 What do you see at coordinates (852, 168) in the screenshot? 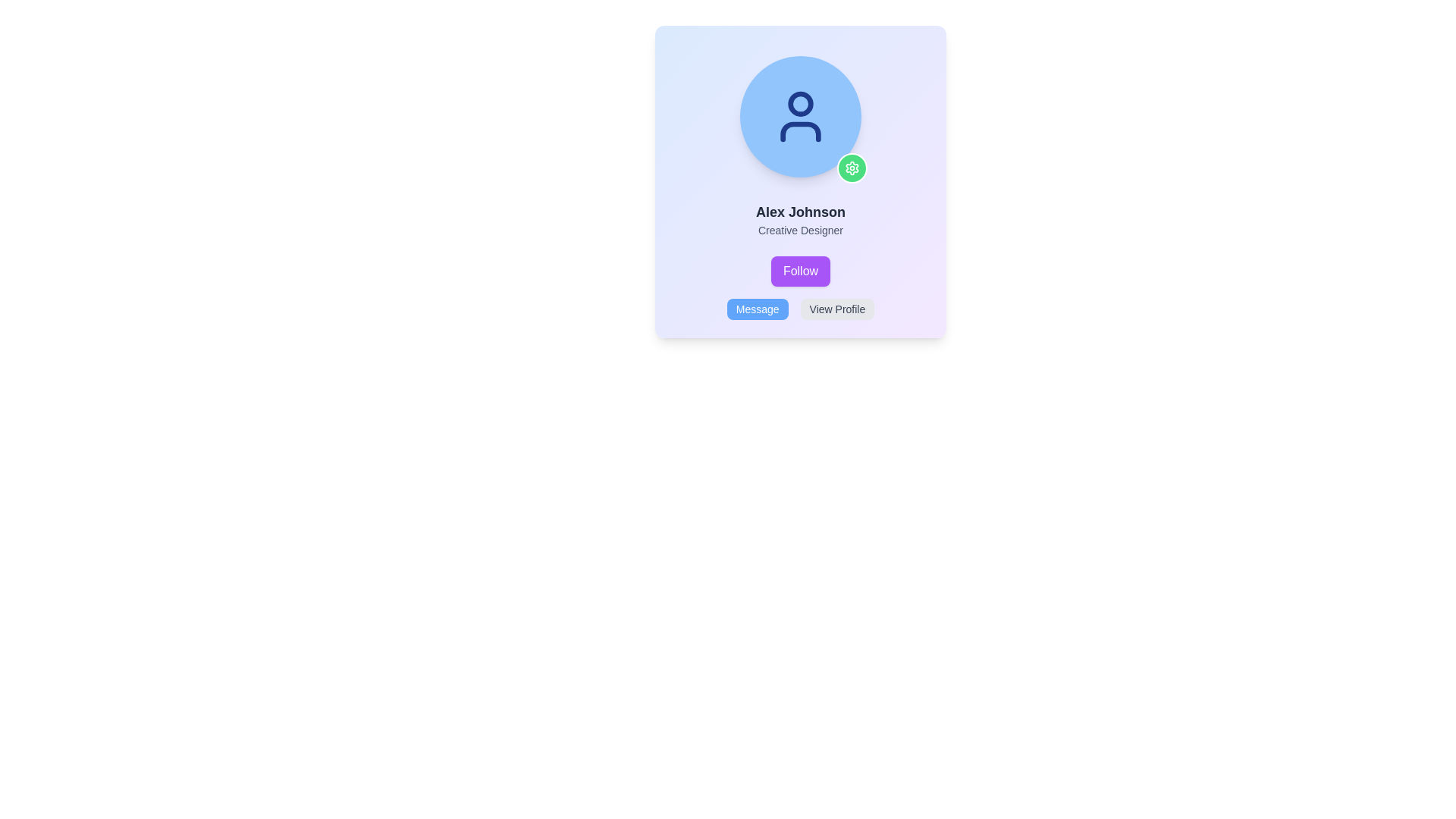
I see `the settings gear icon located at the center of a green circular badge in the bottom-right of the user profile section` at bounding box center [852, 168].